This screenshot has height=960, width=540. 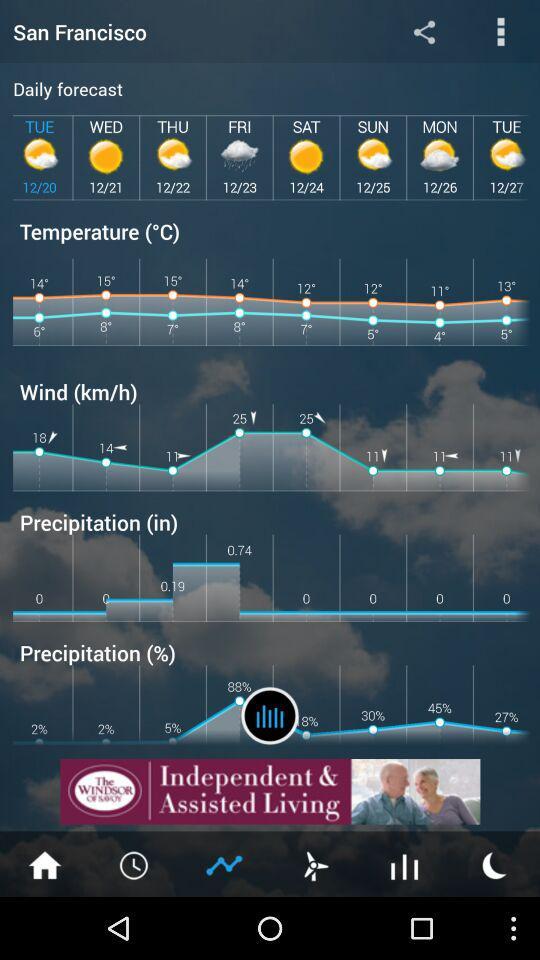 What do you see at coordinates (314, 863) in the screenshot?
I see `wind icon` at bounding box center [314, 863].